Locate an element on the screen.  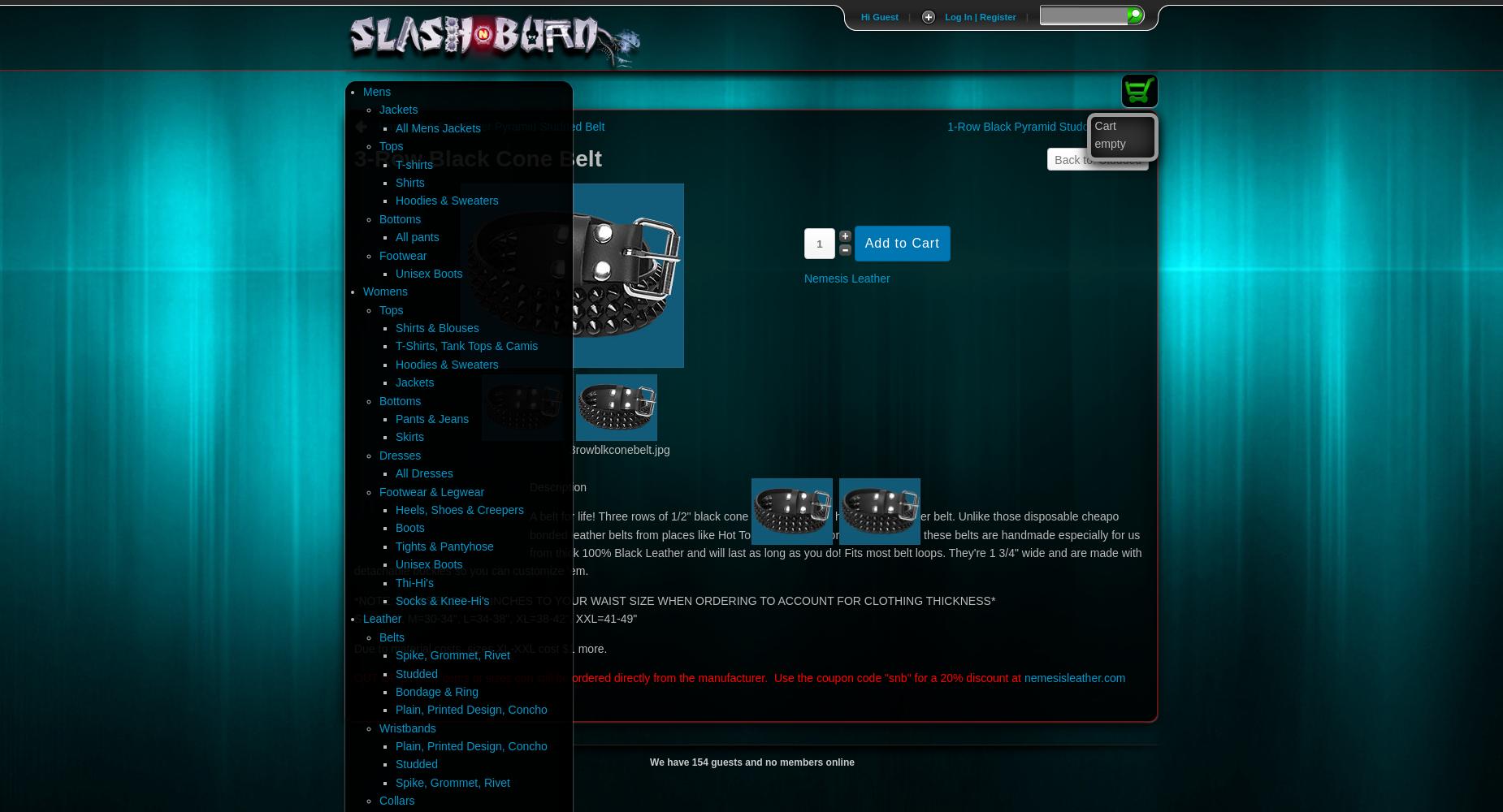
'nemesisleather.com' is located at coordinates (1023, 676).